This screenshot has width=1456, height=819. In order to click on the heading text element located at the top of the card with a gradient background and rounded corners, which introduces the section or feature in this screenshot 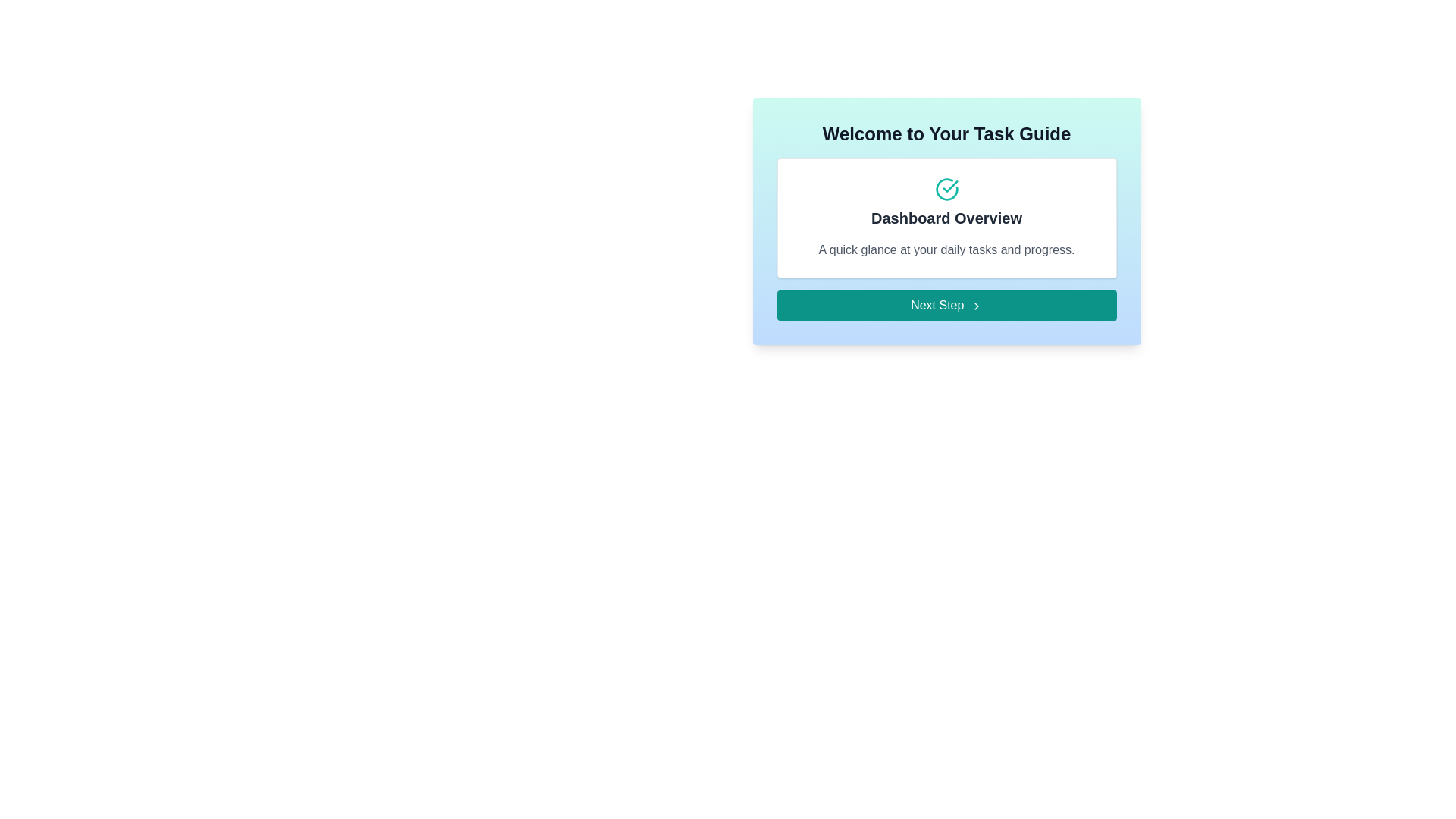, I will do `click(946, 133)`.